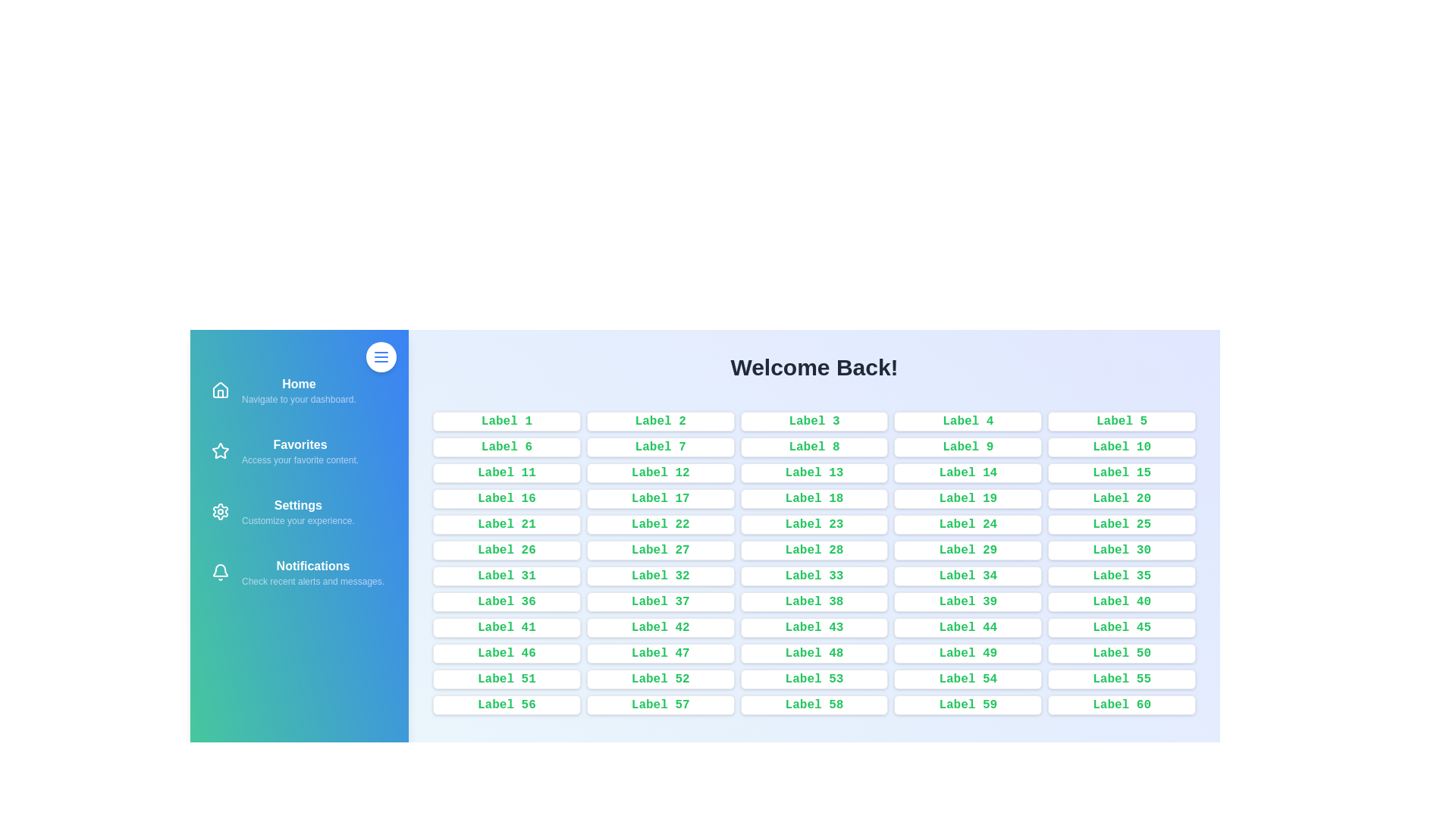 This screenshot has width=1456, height=819. Describe the element at coordinates (299, 512) in the screenshot. I see `the navigation item Settings to navigate to the corresponding section` at that location.